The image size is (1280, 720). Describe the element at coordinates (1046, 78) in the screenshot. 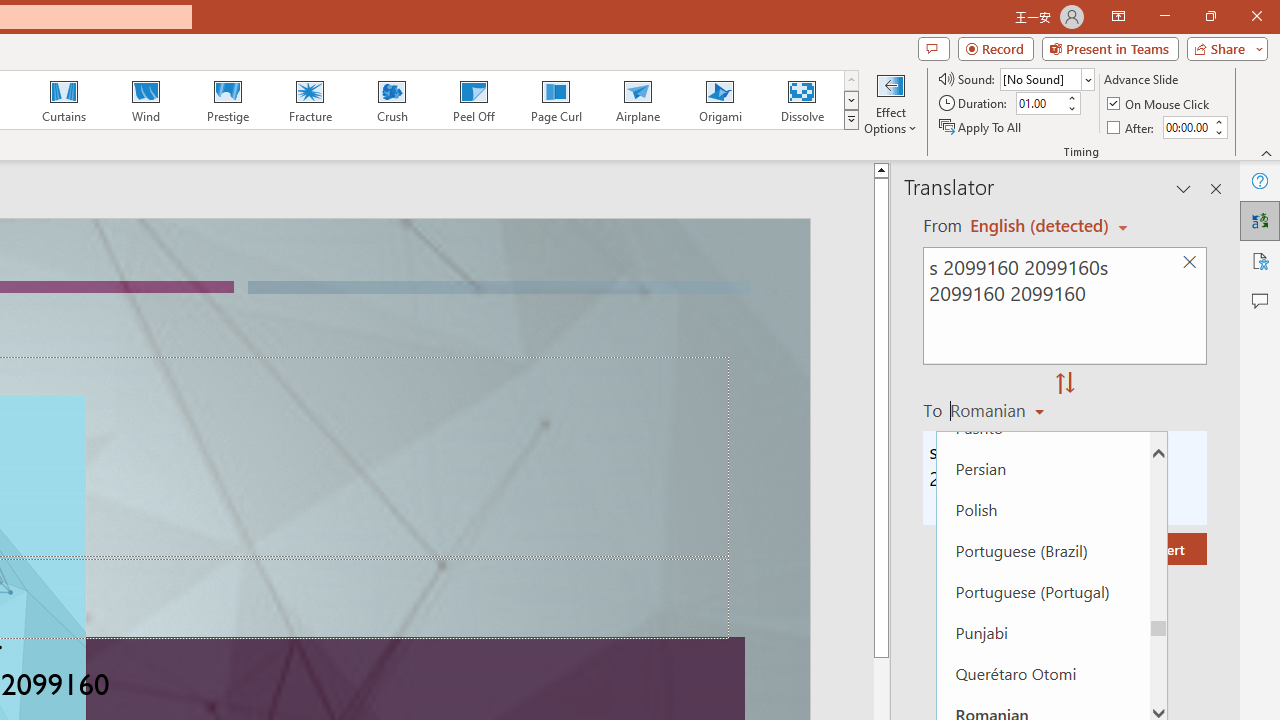

I see `'Sound'` at that location.